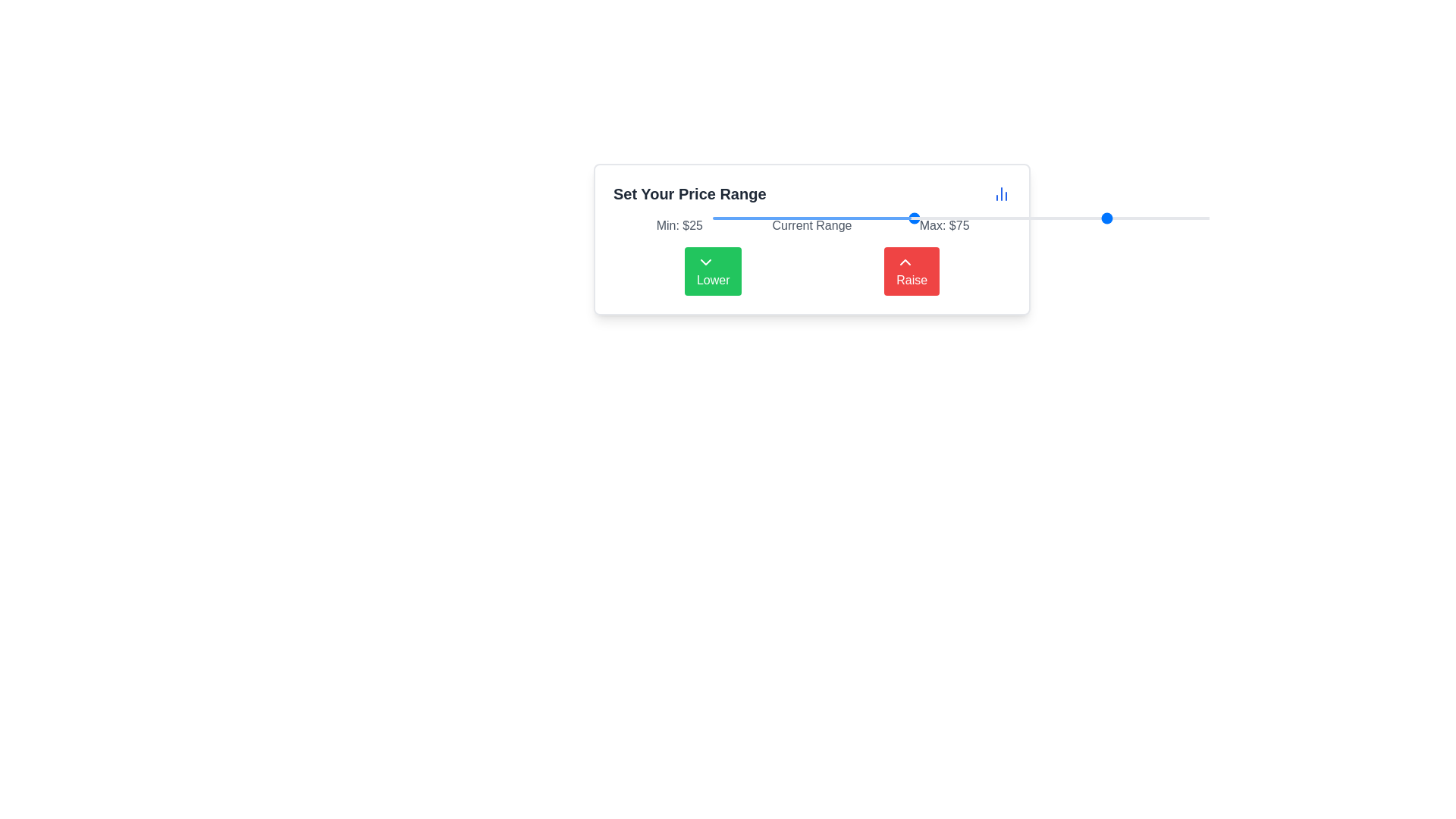 This screenshot has width=1456, height=819. Describe the element at coordinates (811, 225) in the screenshot. I see `the descriptive label indicating the current range selection in the price range setting interface, located in the second column of a three-column grid layout` at that location.